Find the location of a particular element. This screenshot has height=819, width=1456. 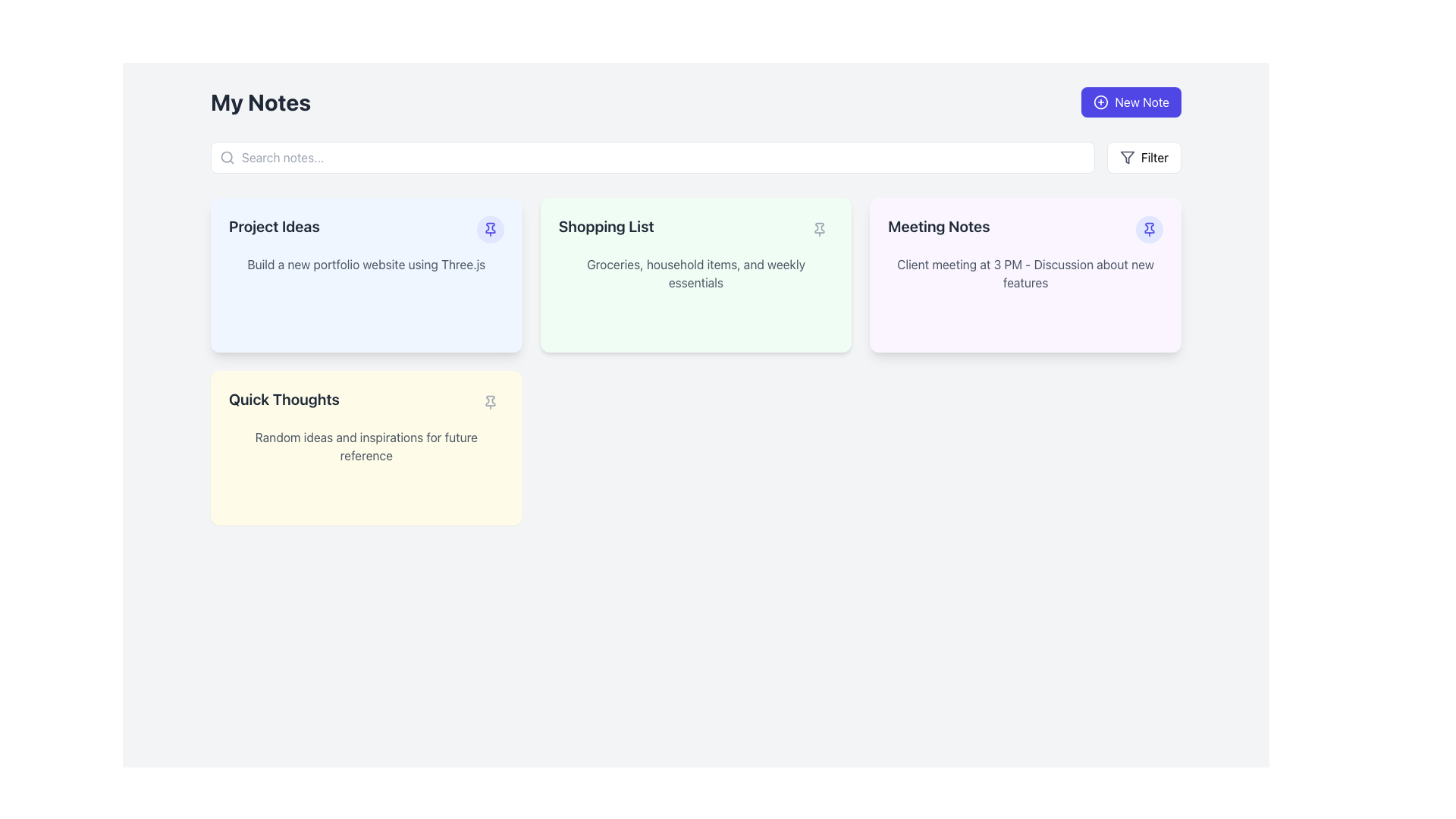

the button located in the bottom-right corner of the 'Project Ideas' card to initiate an edit action is located at coordinates (460, 304).